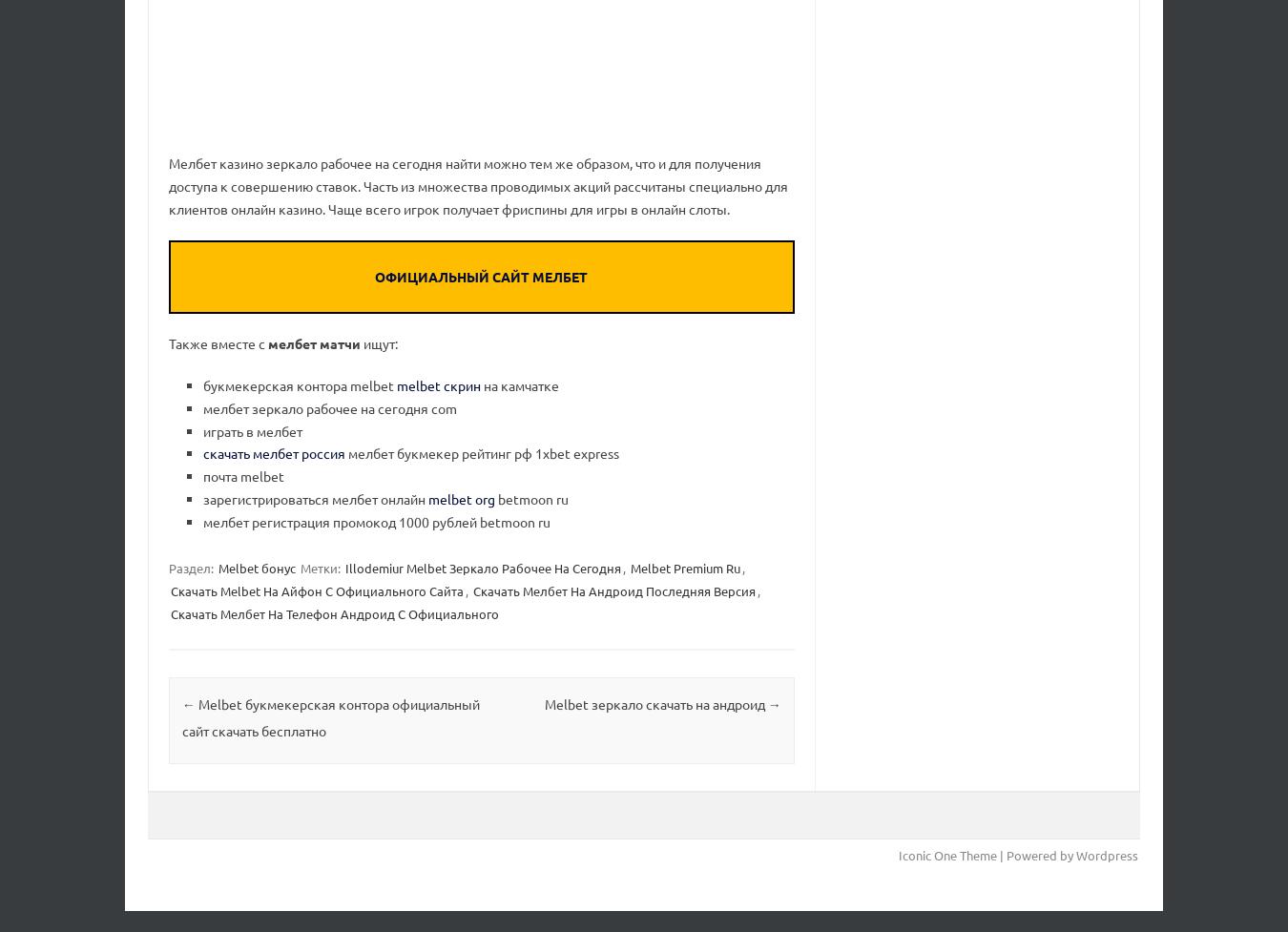 The height and width of the screenshot is (932, 1288). I want to click on 'Скачать Melbet На Айфон С Официального Сайта', so click(315, 589).